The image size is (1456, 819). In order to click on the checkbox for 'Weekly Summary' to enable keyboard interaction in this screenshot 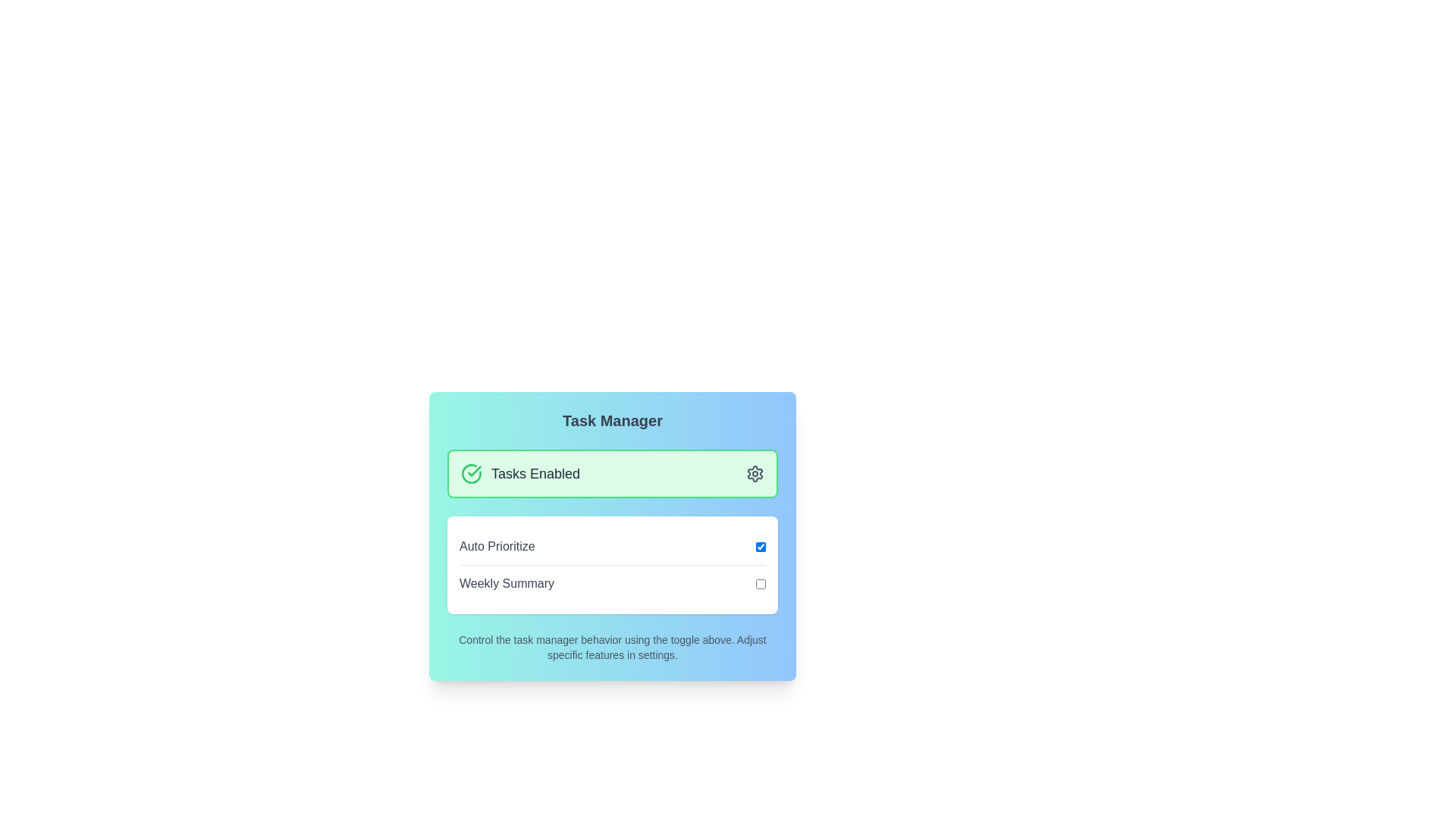, I will do `click(761, 583)`.